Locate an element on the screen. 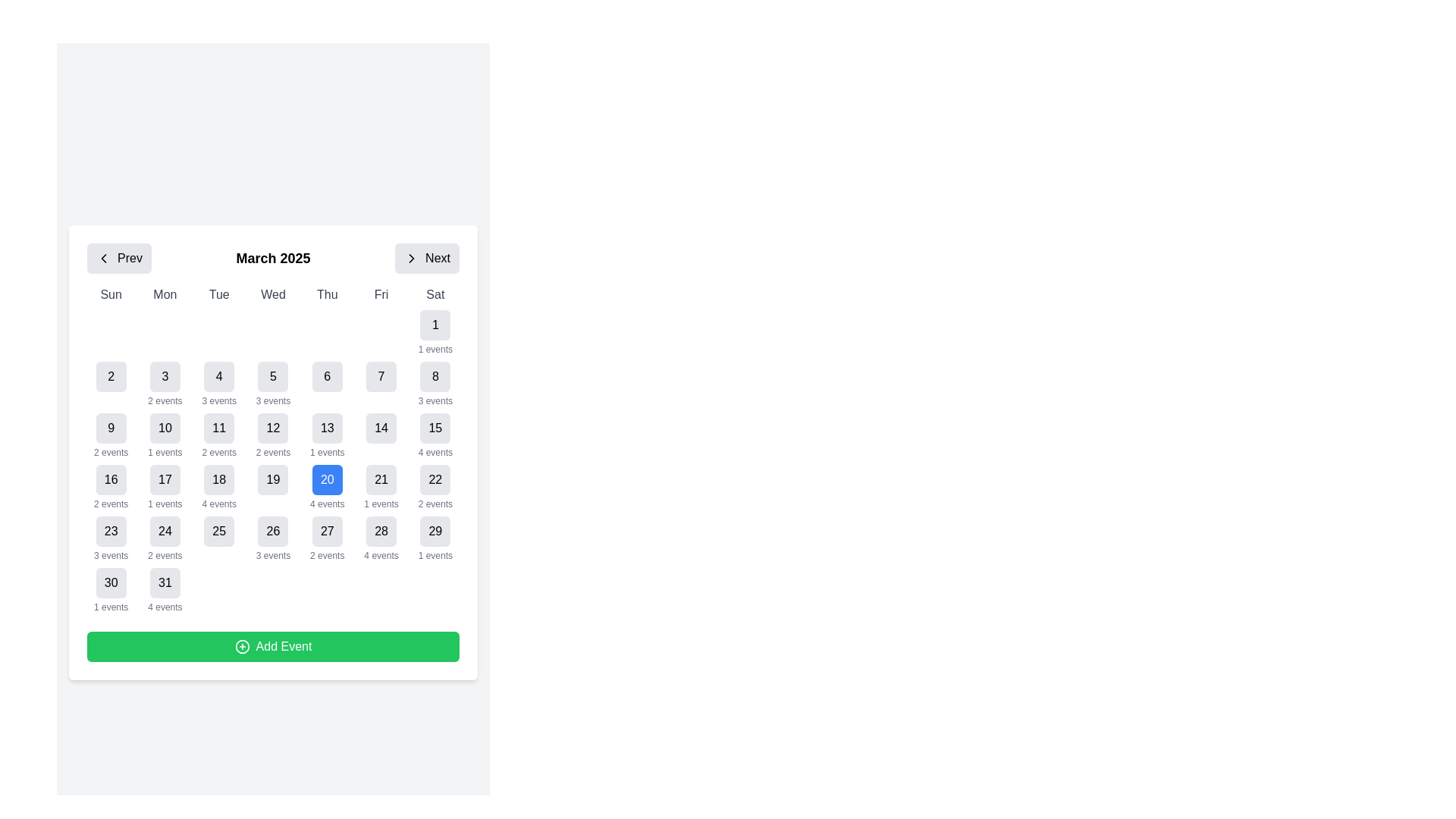 This screenshot has width=1456, height=819. the rounded rectangular button labeled '5' for keyboard navigation is located at coordinates (273, 376).